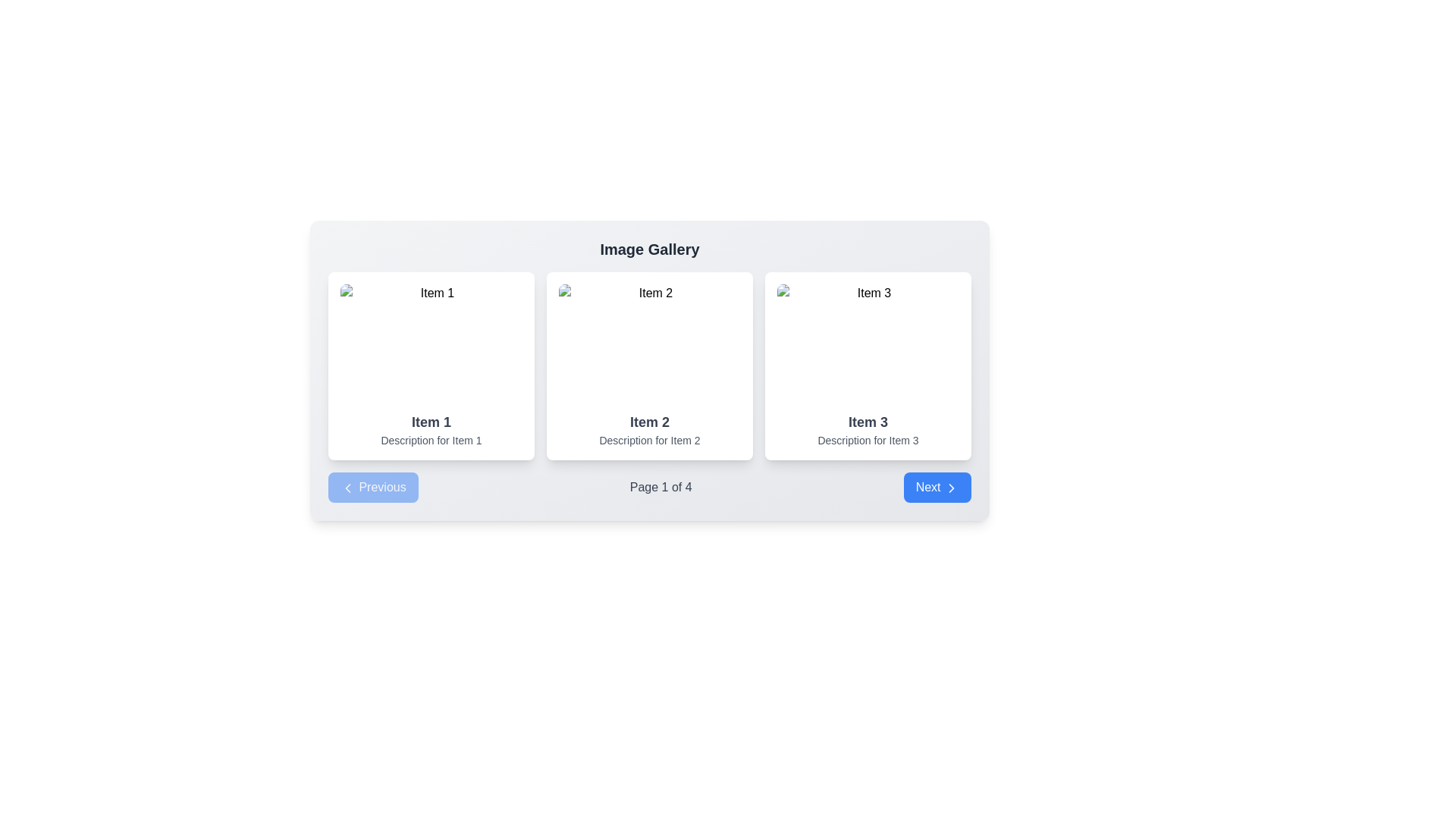 This screenshot has height=819, width=1456. Describe the element at coordinates (661, 488) in the screenshot. I see `the static text displaying 'Page 1 of 4' within the pagination control bar, positioned between the 'Previous' and 'Next' buttons` at that location.